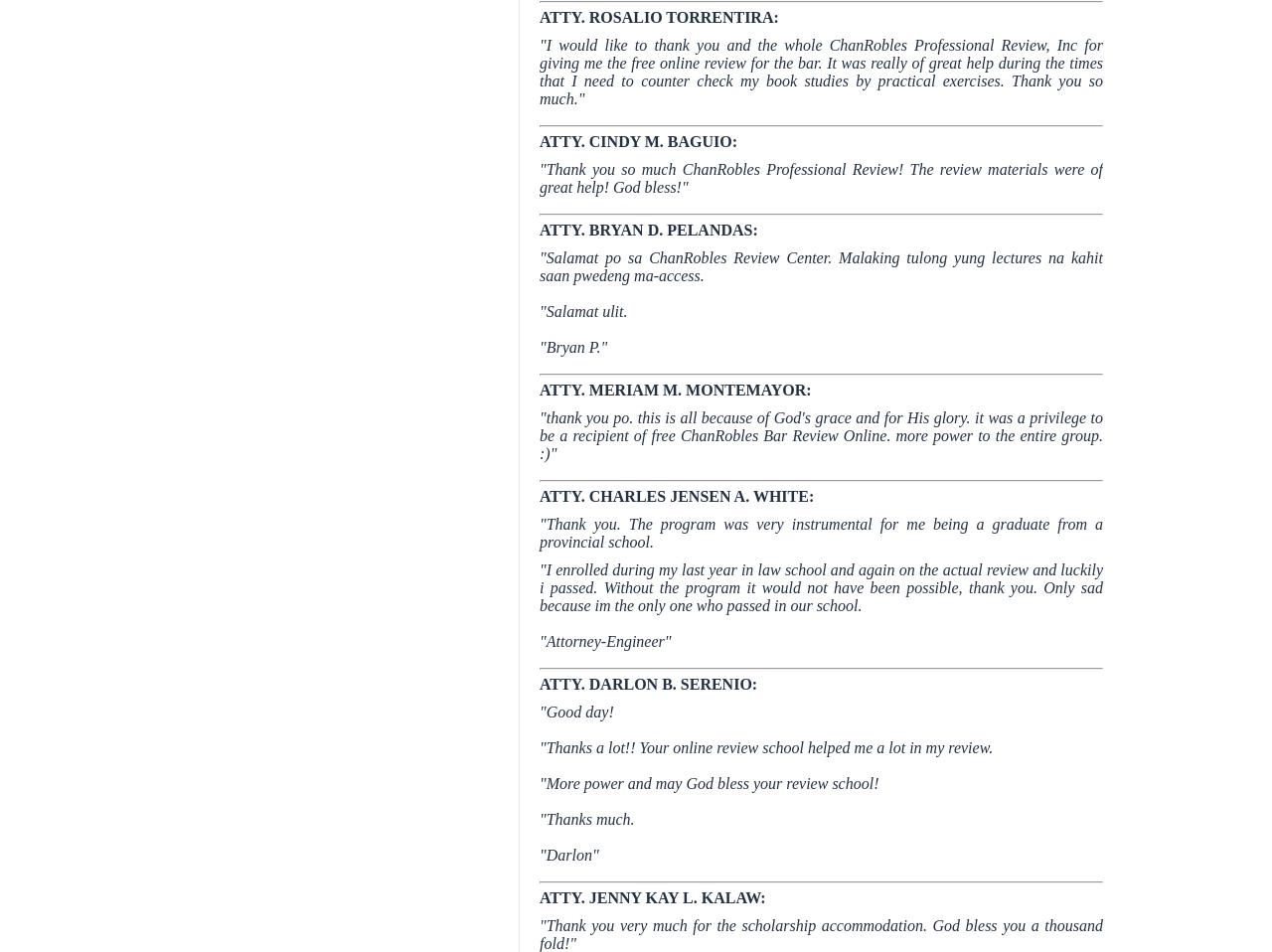  Describe the element at coordinates (648, 683) in the screenshot. I see `'ATTY. DARLON B. SERENIO:'` at that location.